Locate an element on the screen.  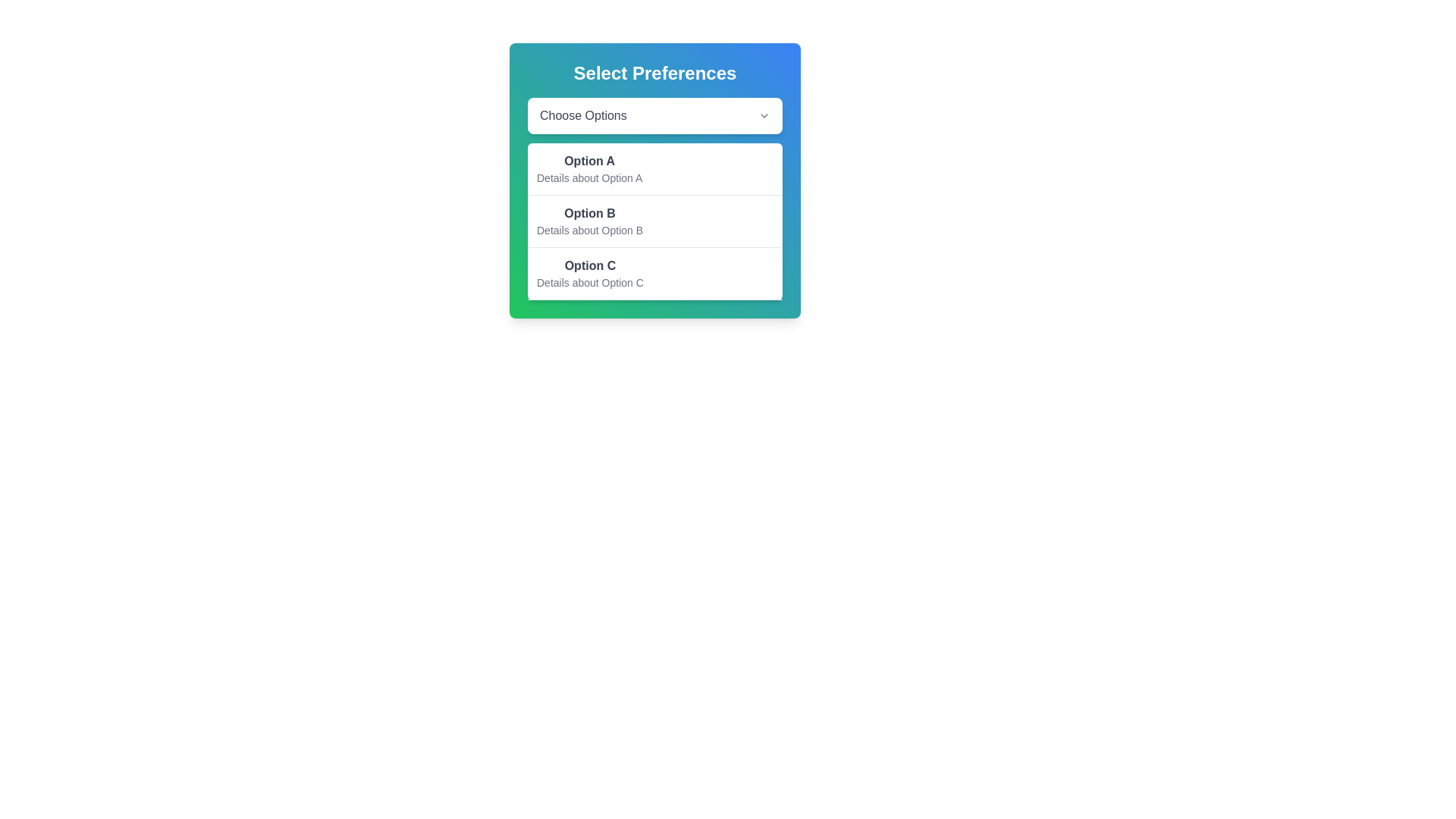
the text label providing additional details about 'Option A' located in the drop-down menu under 'Select Preferences', directly beneath 'Option A' is located at coordinates (588, 177).